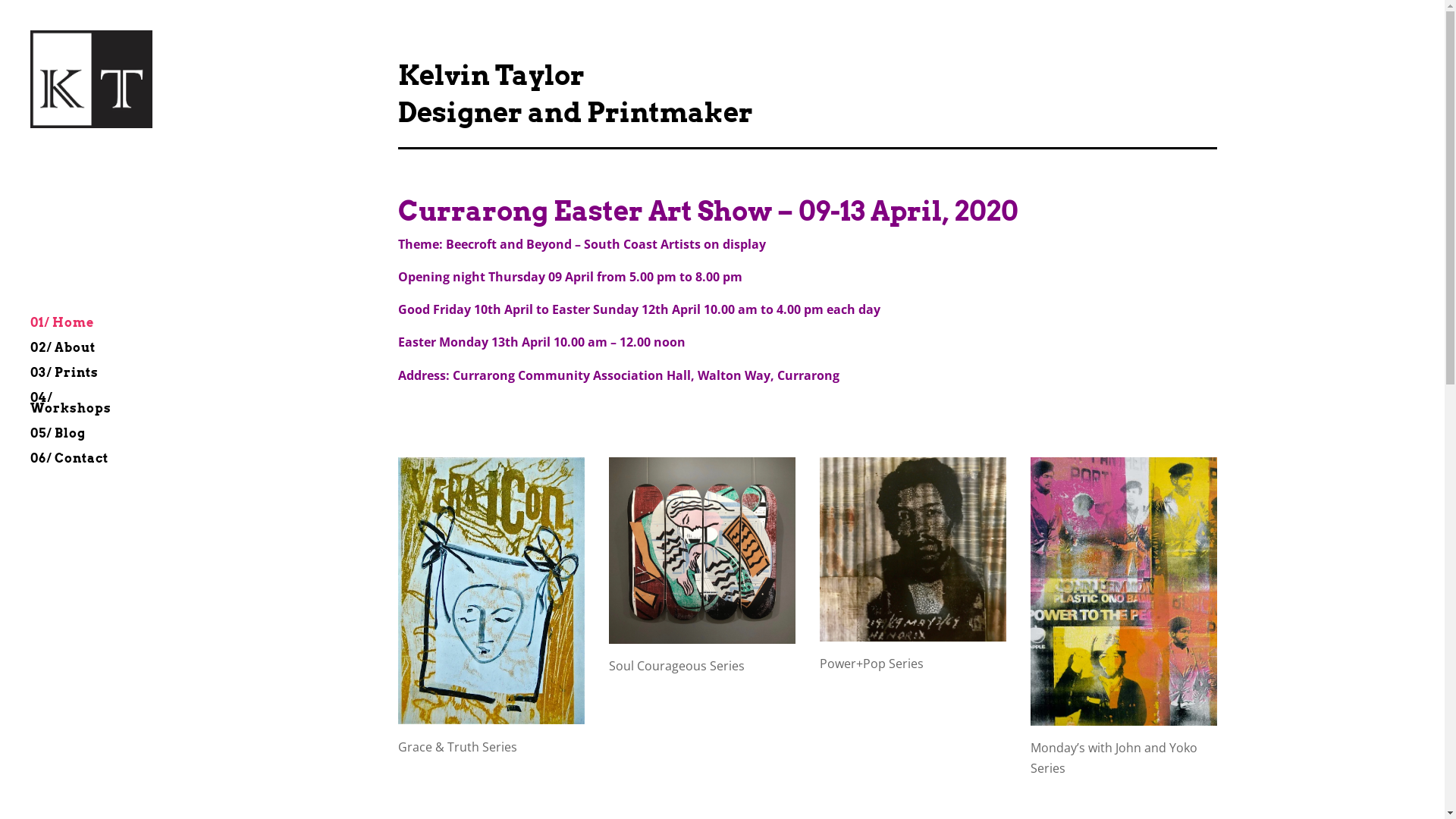 The image size is (1456, 819). What do you see at coordinates (97, 441) in the screenshot?
I see `'05/ Blog'` at bounding box center [97, 441].